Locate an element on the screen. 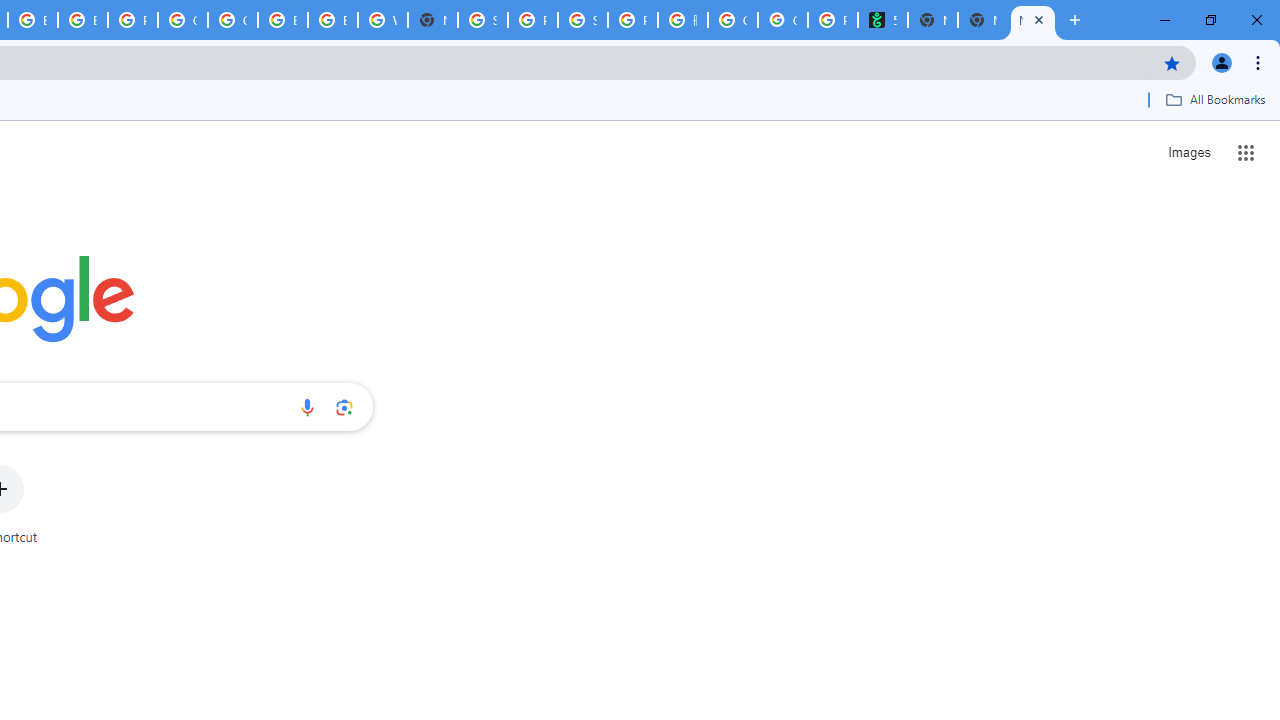 The image size is (1280, 720). 'Search by voice' is located at coordinates (306, 406).